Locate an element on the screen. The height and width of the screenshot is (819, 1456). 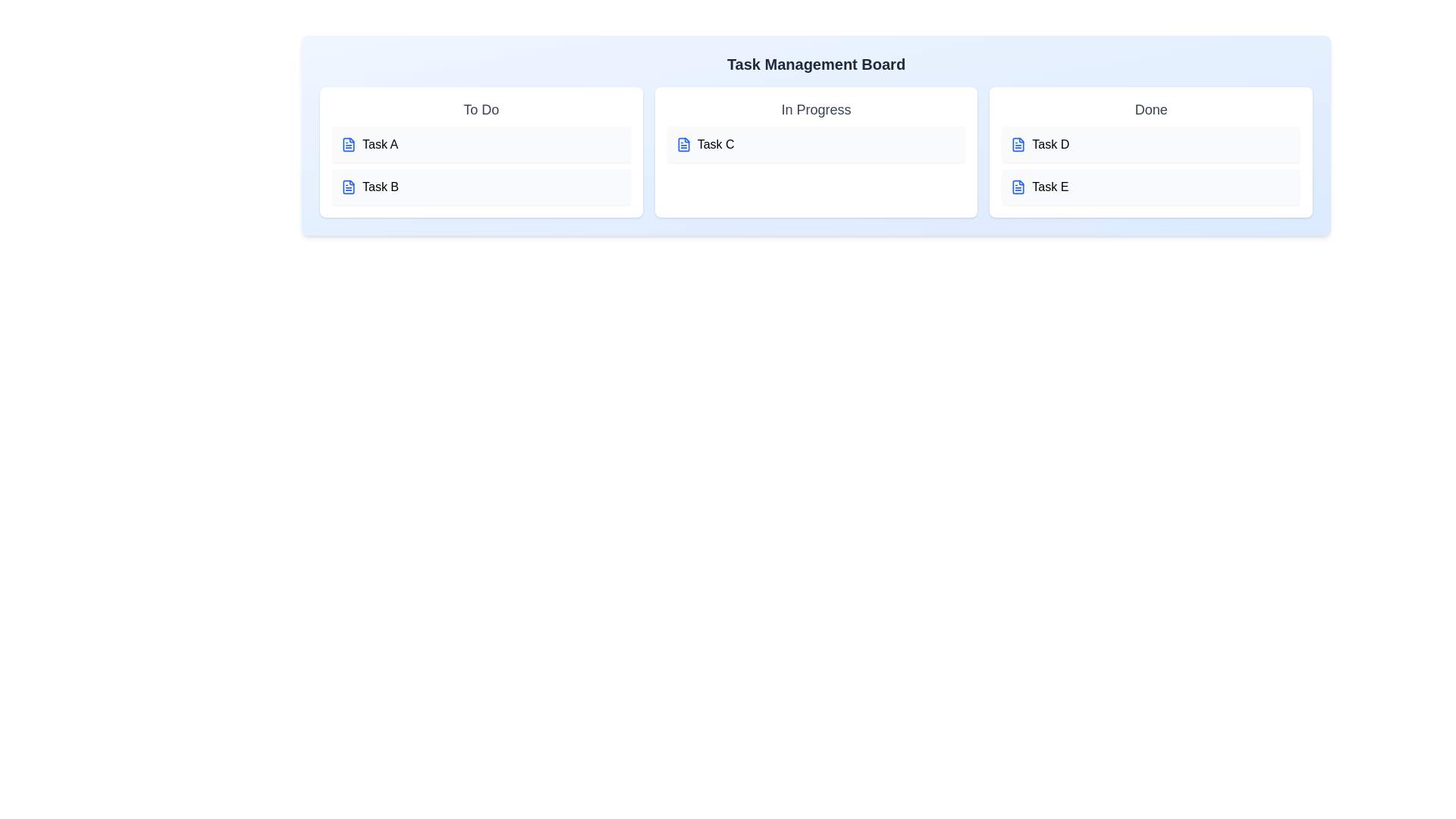
the header of the task list 'To Do' to edit the title is located at coordinates (480, 109).